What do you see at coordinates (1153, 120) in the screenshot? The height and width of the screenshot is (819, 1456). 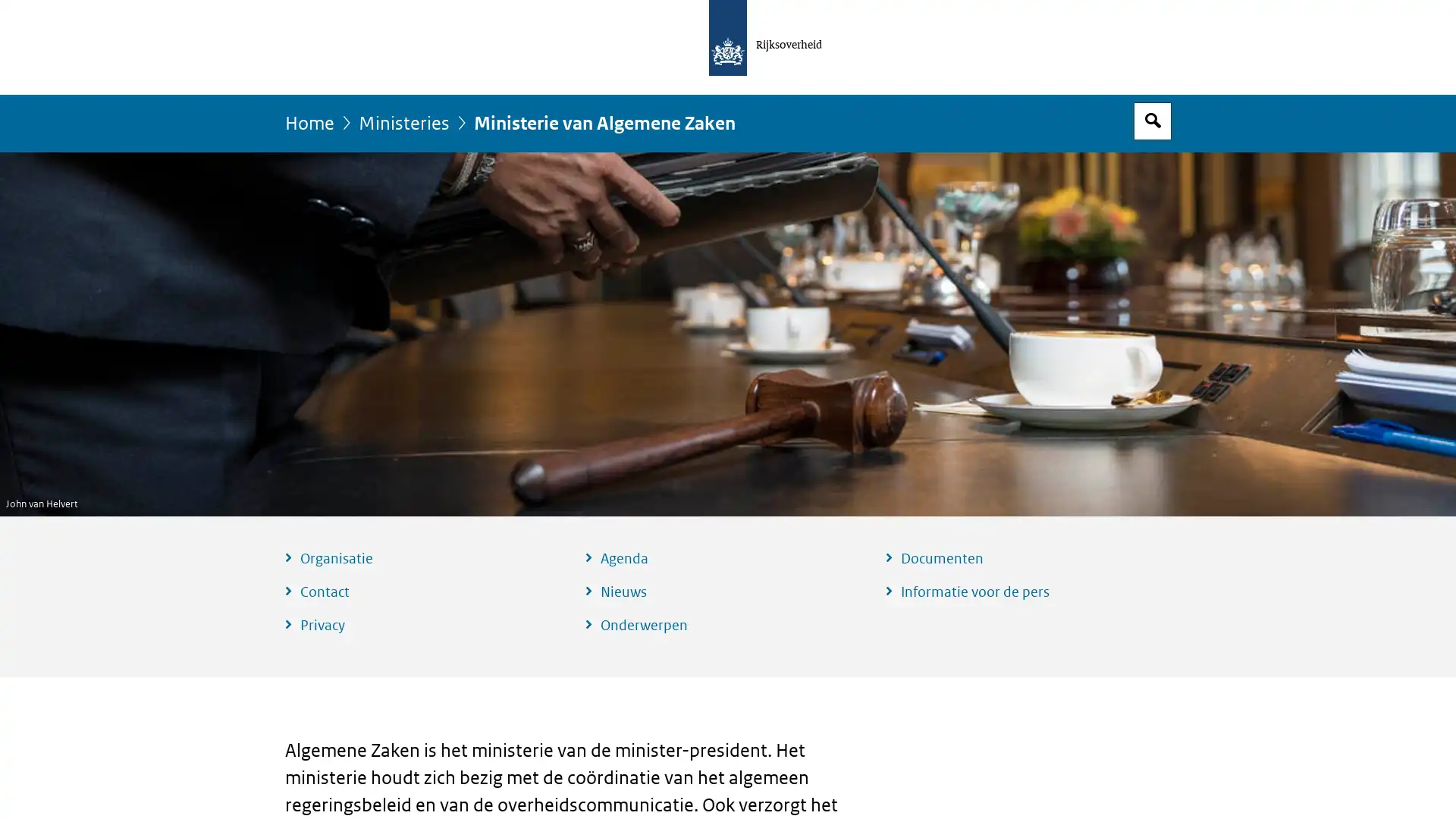 I see `Open zoekveld` at bounding box center [1153, 120].